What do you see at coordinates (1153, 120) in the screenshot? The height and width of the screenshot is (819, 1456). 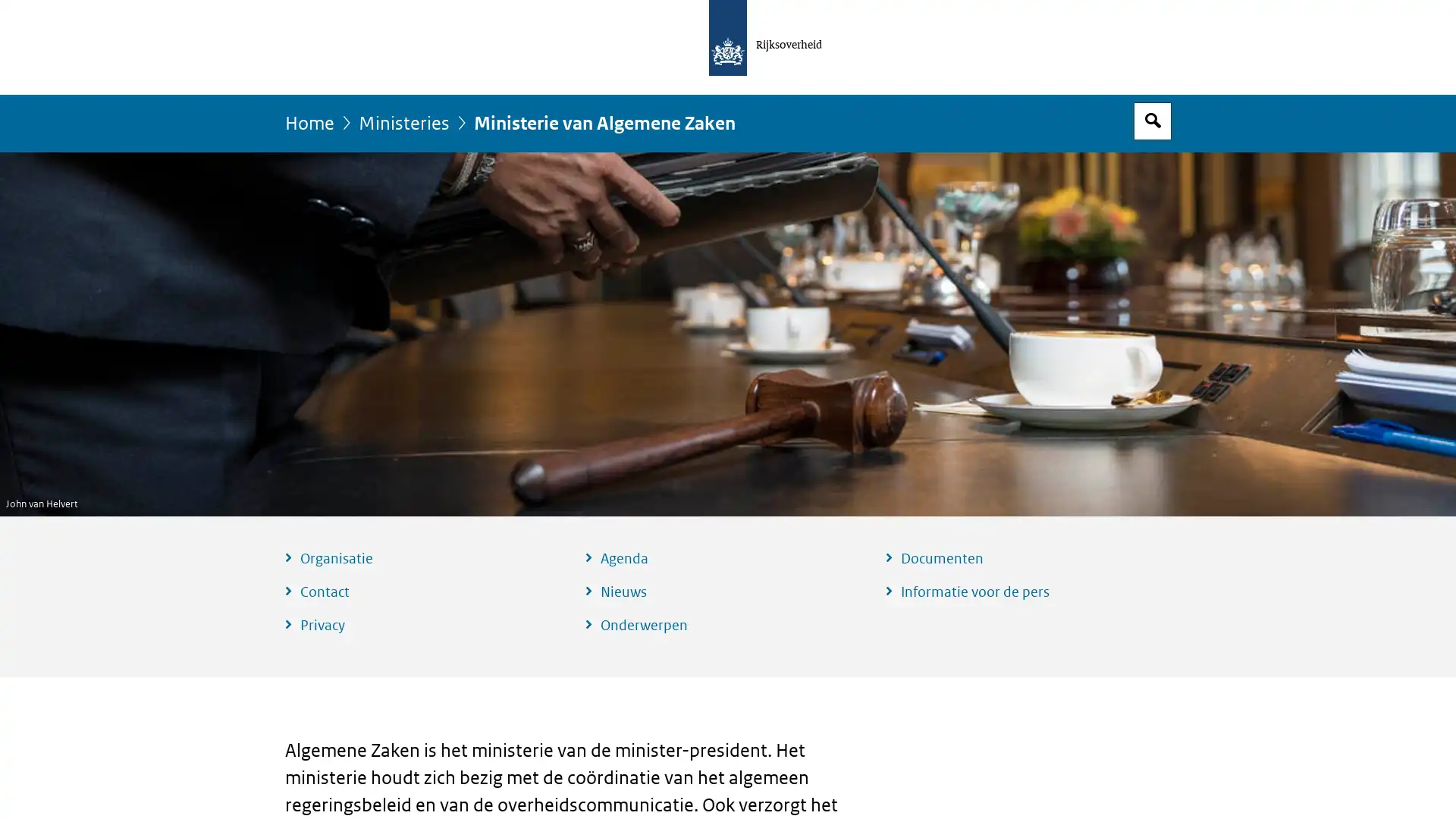 I see `Open zoekveld` at bounding box center [1153, 120].